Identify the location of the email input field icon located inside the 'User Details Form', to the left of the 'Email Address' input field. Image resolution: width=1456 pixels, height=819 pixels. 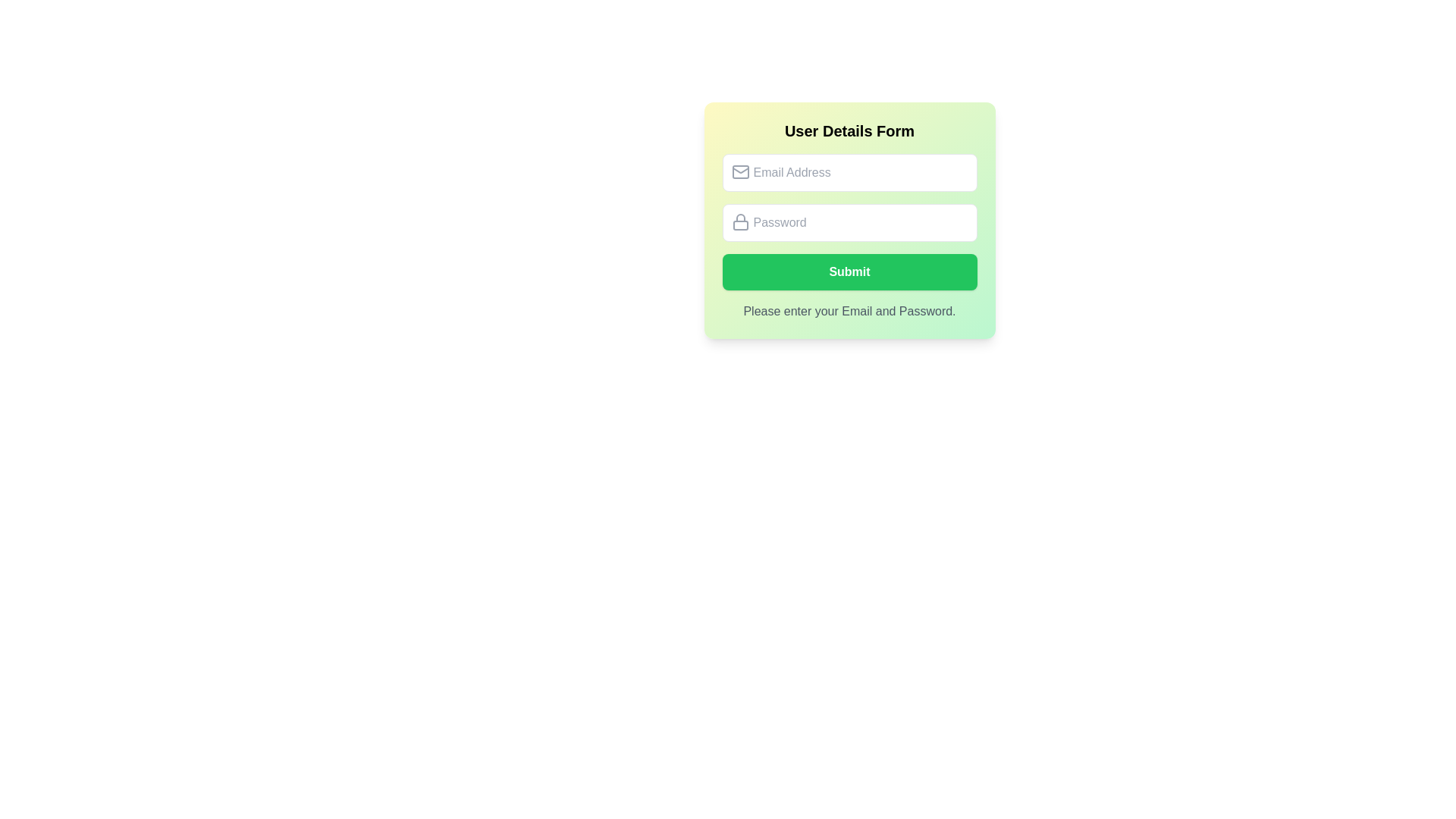
(740, 171).